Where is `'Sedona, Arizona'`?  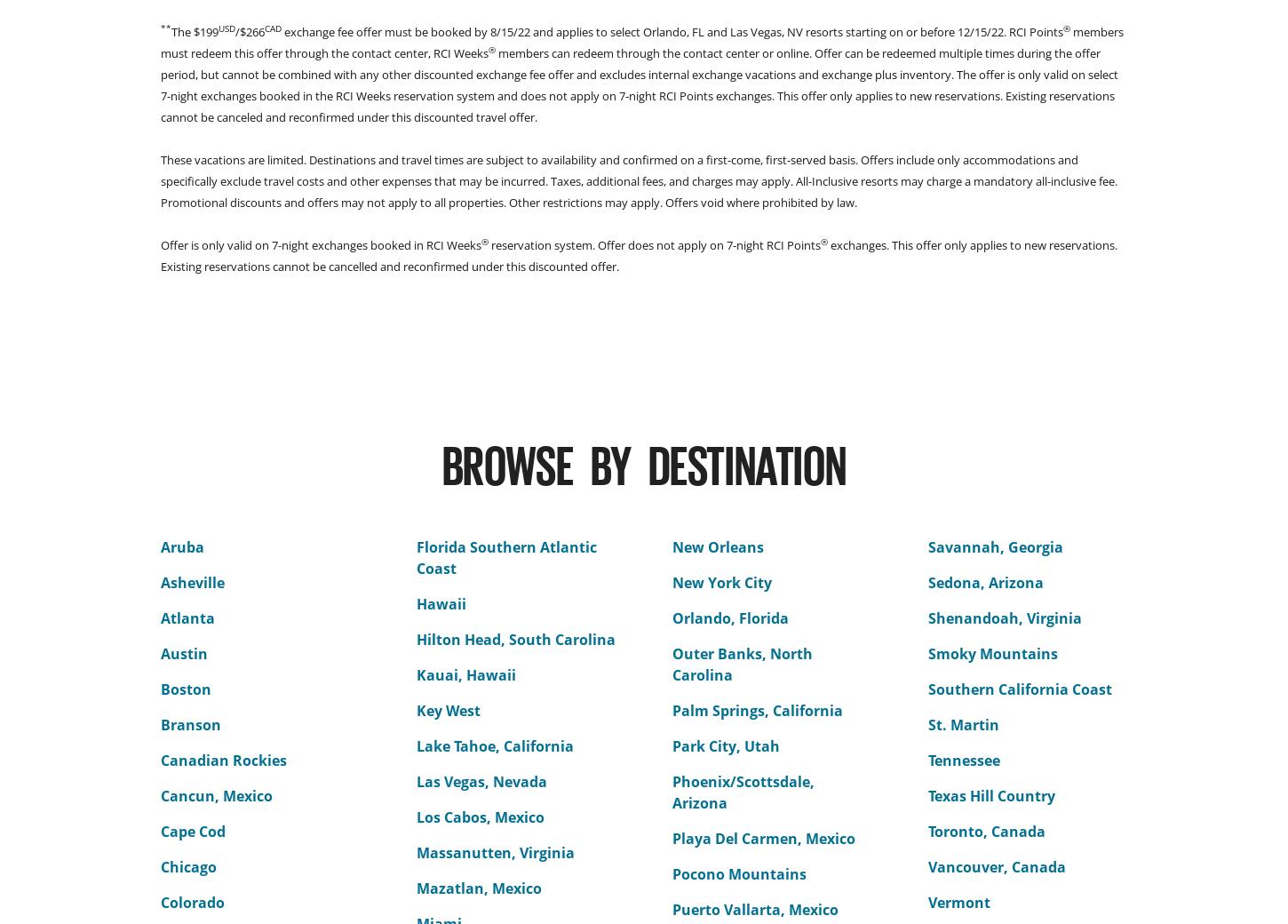 'Sedona, Arizona' is located at coordinates (984, 583).